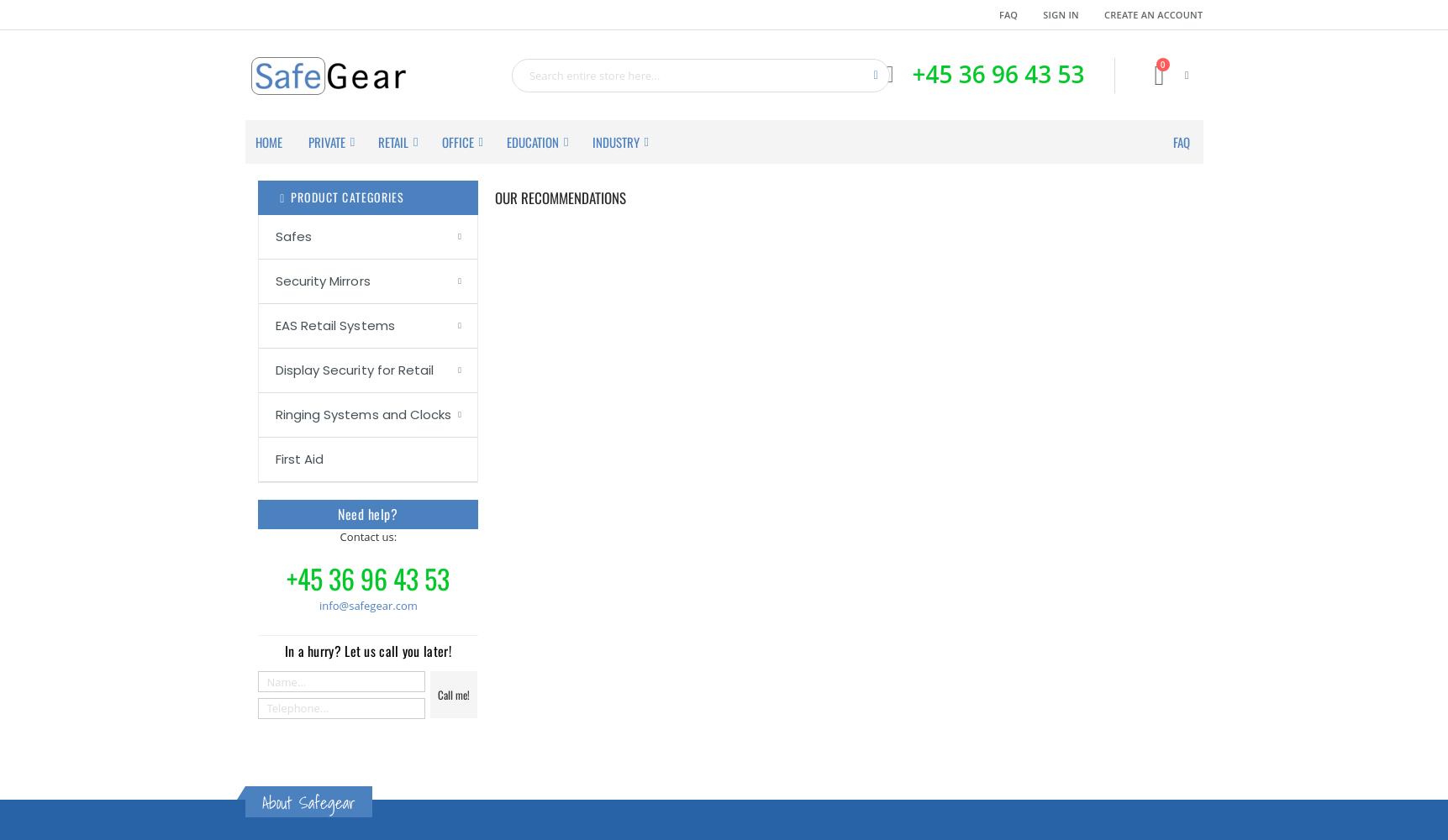 Image resolution: width=1448 pixels, height=840 pixels. I want to click on 'Product Categories', so click(289, 196).